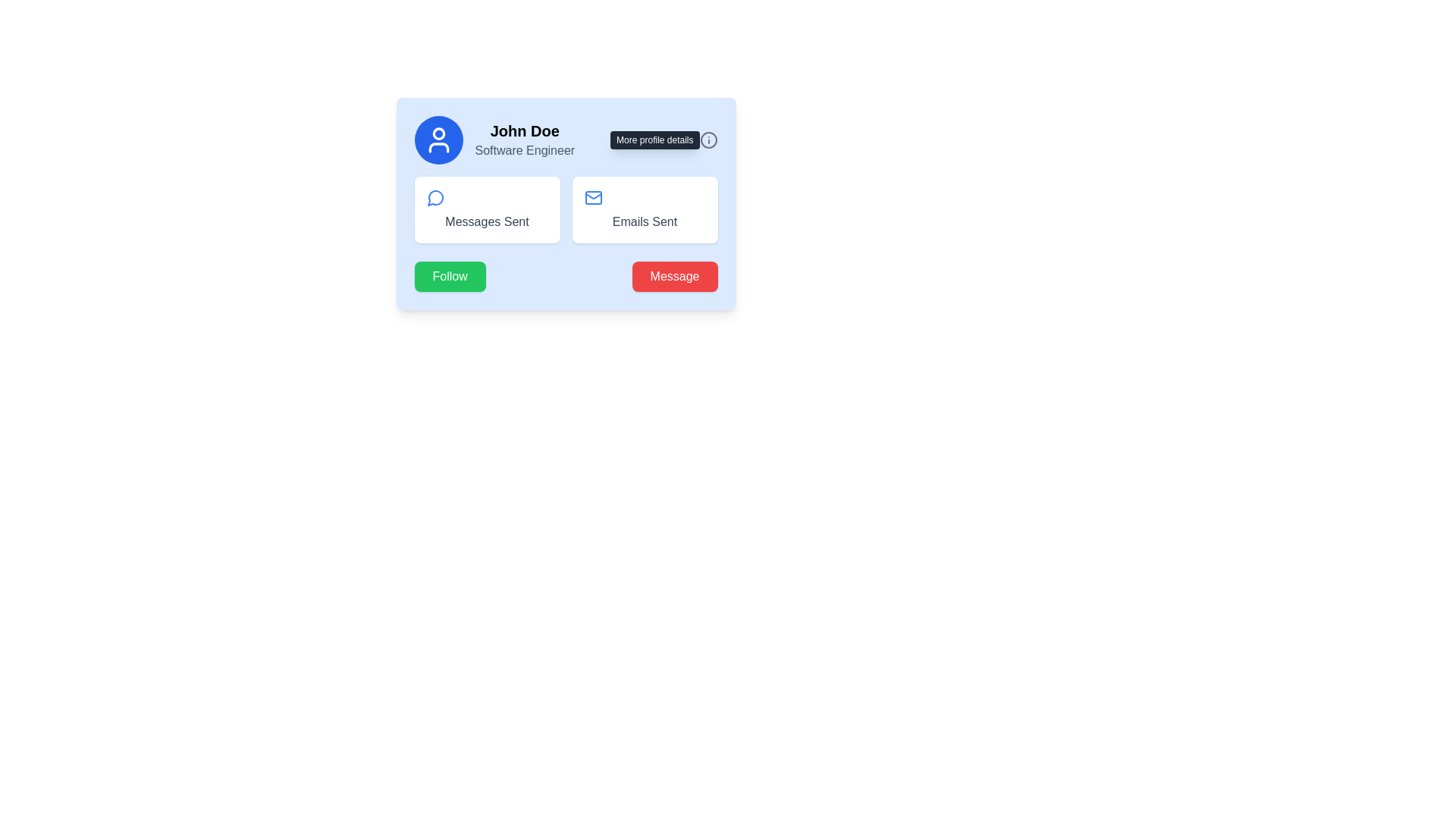 This screenshot has width=1456, height=819. I want to click on the text label indicating the number of messages sent, which is located within a white rounded card under the chat bubble icon and to the left of the 'Emails Sent' card, so click(487, 222).